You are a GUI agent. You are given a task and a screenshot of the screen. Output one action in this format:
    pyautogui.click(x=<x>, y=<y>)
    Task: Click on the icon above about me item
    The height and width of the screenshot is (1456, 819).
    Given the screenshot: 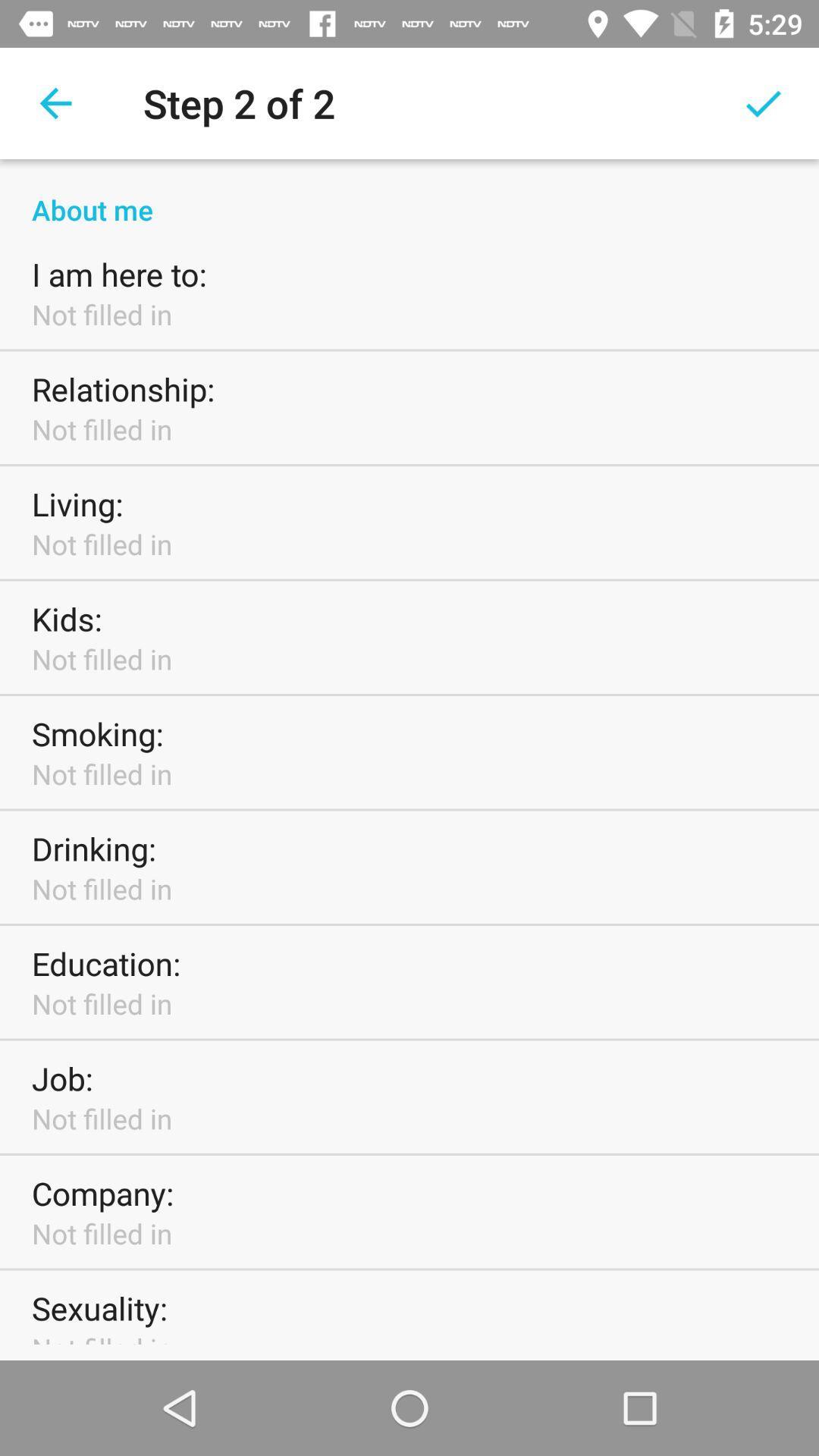 What is the action you would take?
    pyautogui.click(x=763, y=102)
    